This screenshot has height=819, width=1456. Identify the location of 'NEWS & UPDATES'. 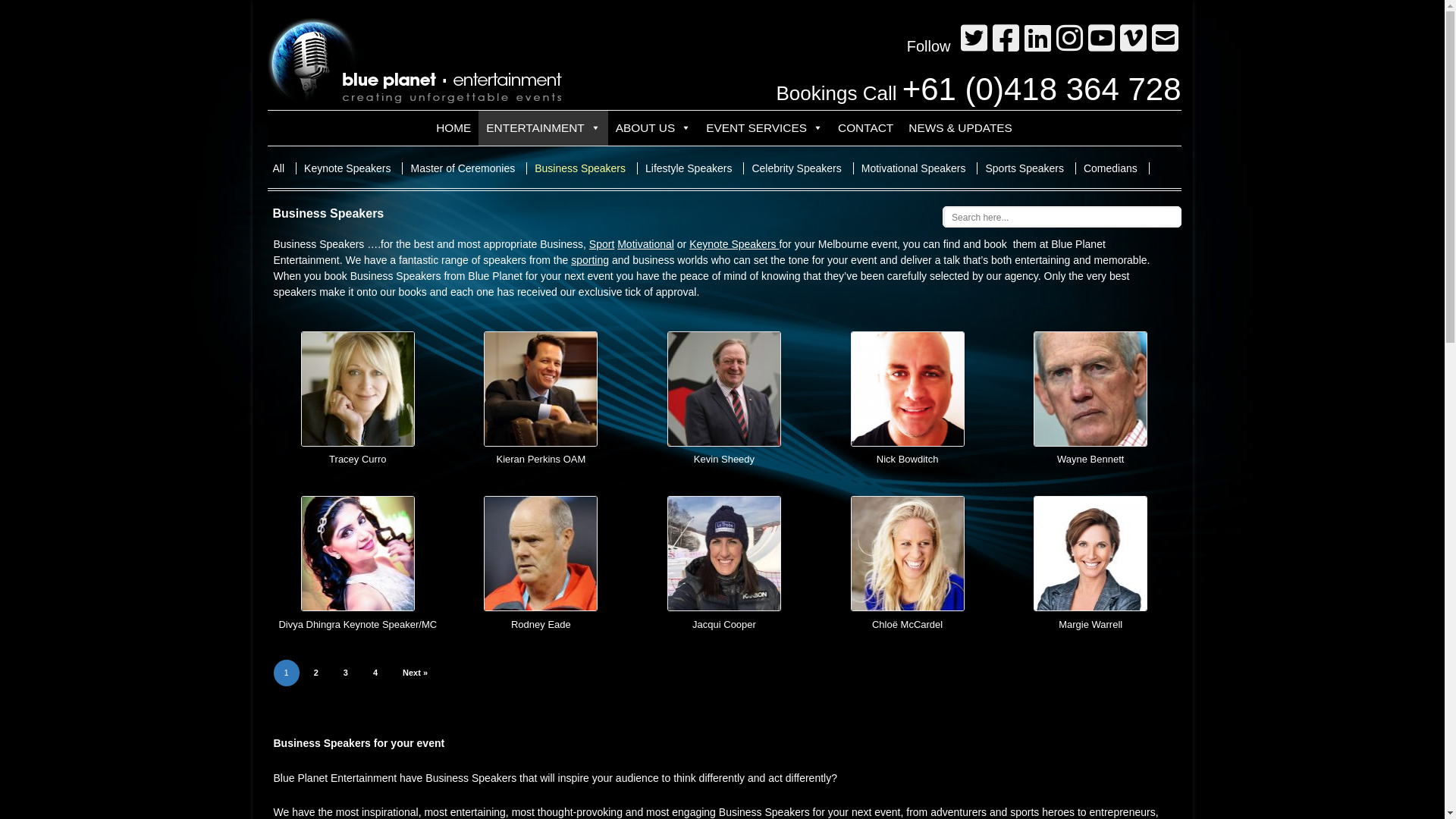
(959, 127).